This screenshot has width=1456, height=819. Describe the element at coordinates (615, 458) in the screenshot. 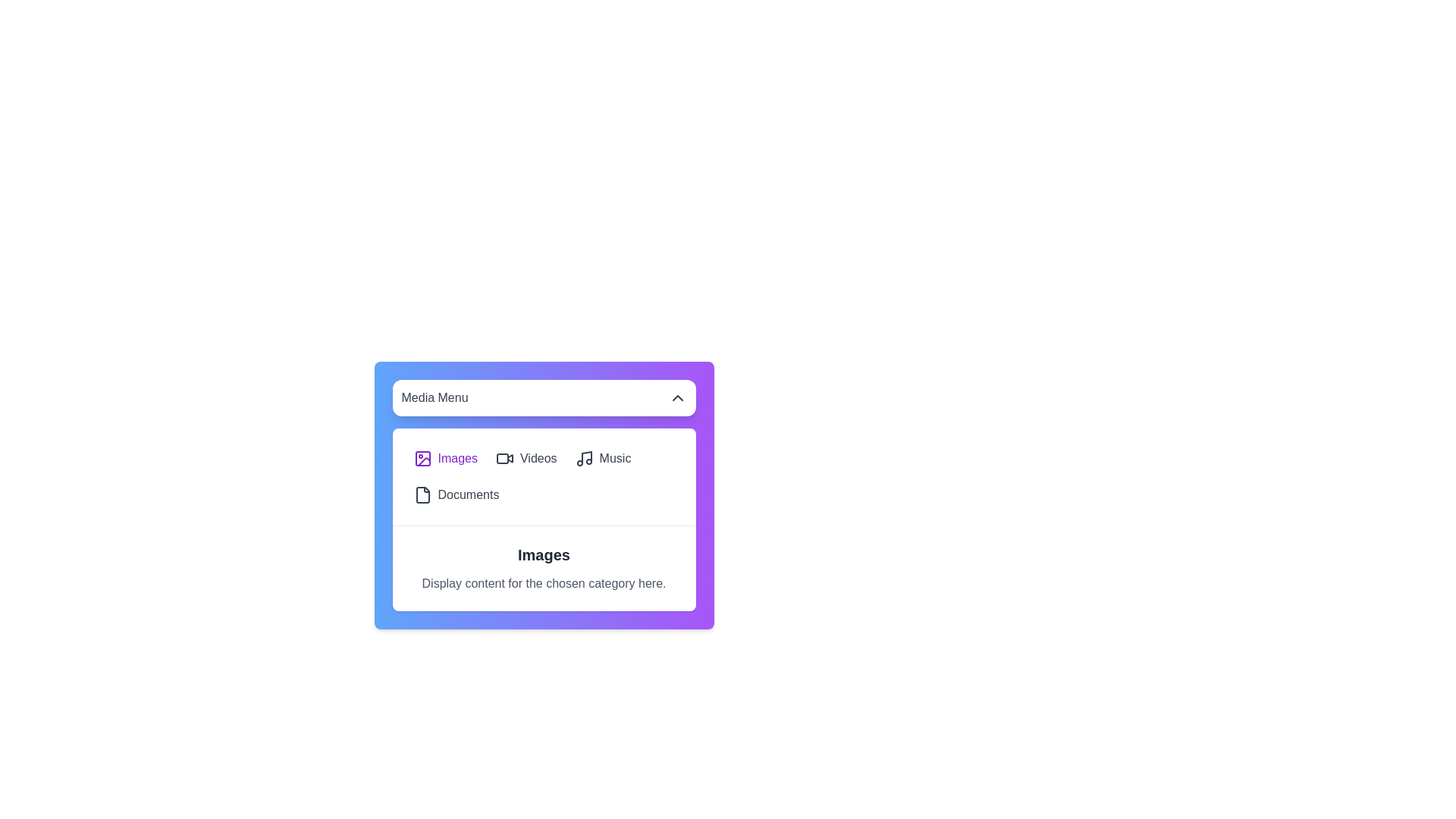

I see `the 'Music' text label in the Media Menu, which is the last item on the right of the selectable categories including 'Images' and 'Videos'` at that location.